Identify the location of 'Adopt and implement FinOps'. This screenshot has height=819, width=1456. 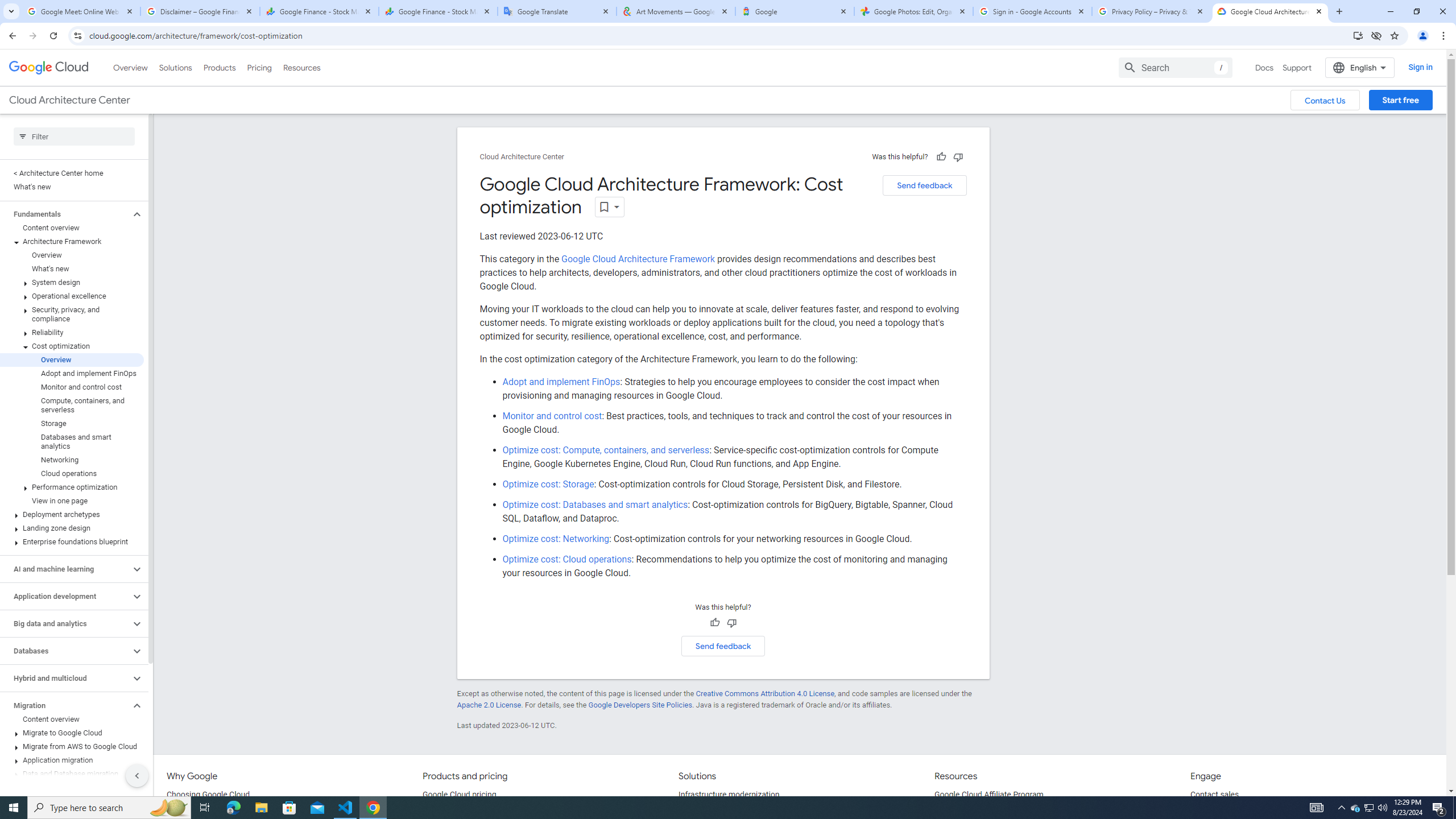
(561, 381).